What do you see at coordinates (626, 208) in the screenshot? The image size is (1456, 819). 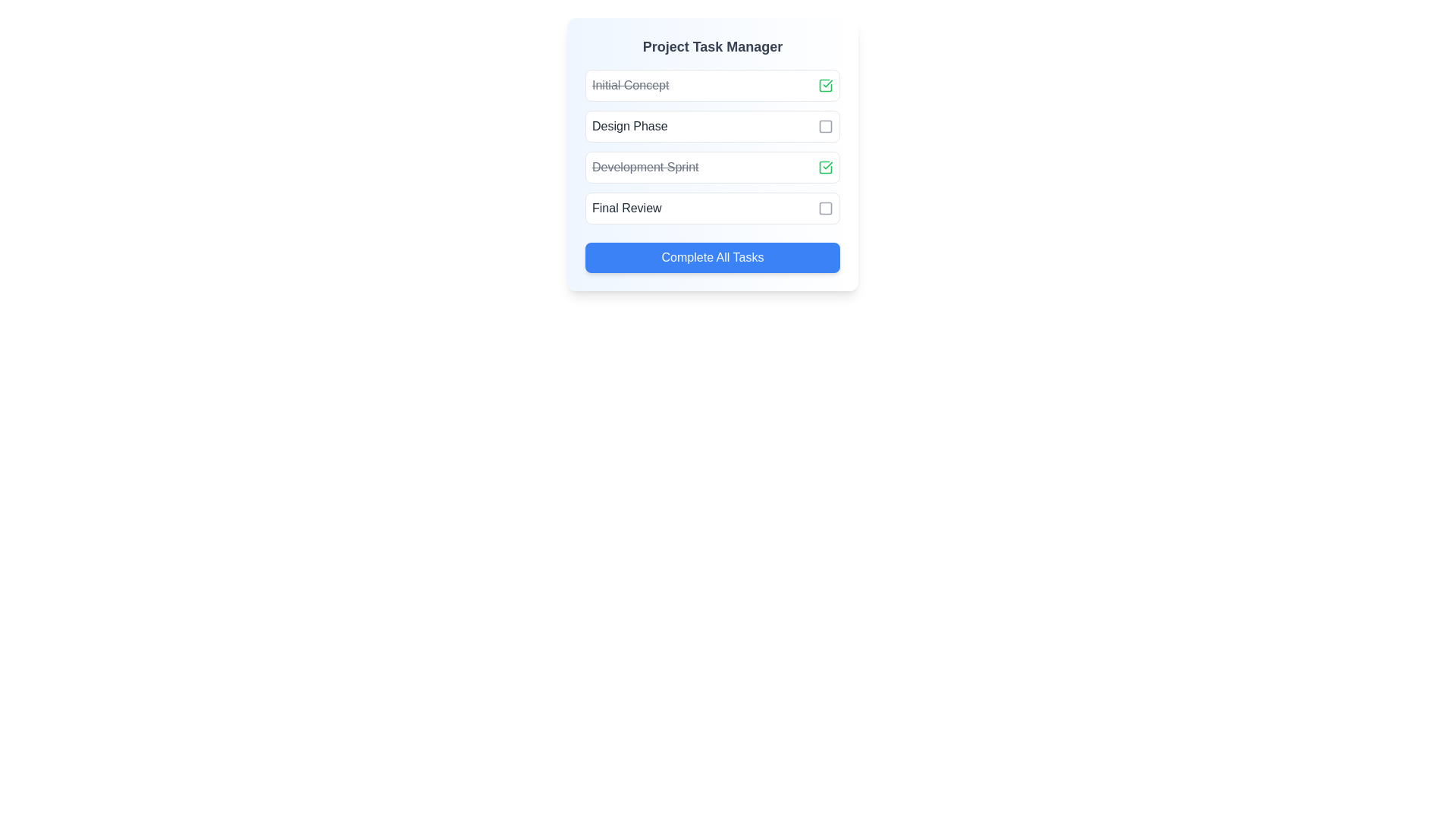 I see `the 'Final Review' text label in the checklist interface, which is centered in the third item of the task list` at bounding box center [626, 208].